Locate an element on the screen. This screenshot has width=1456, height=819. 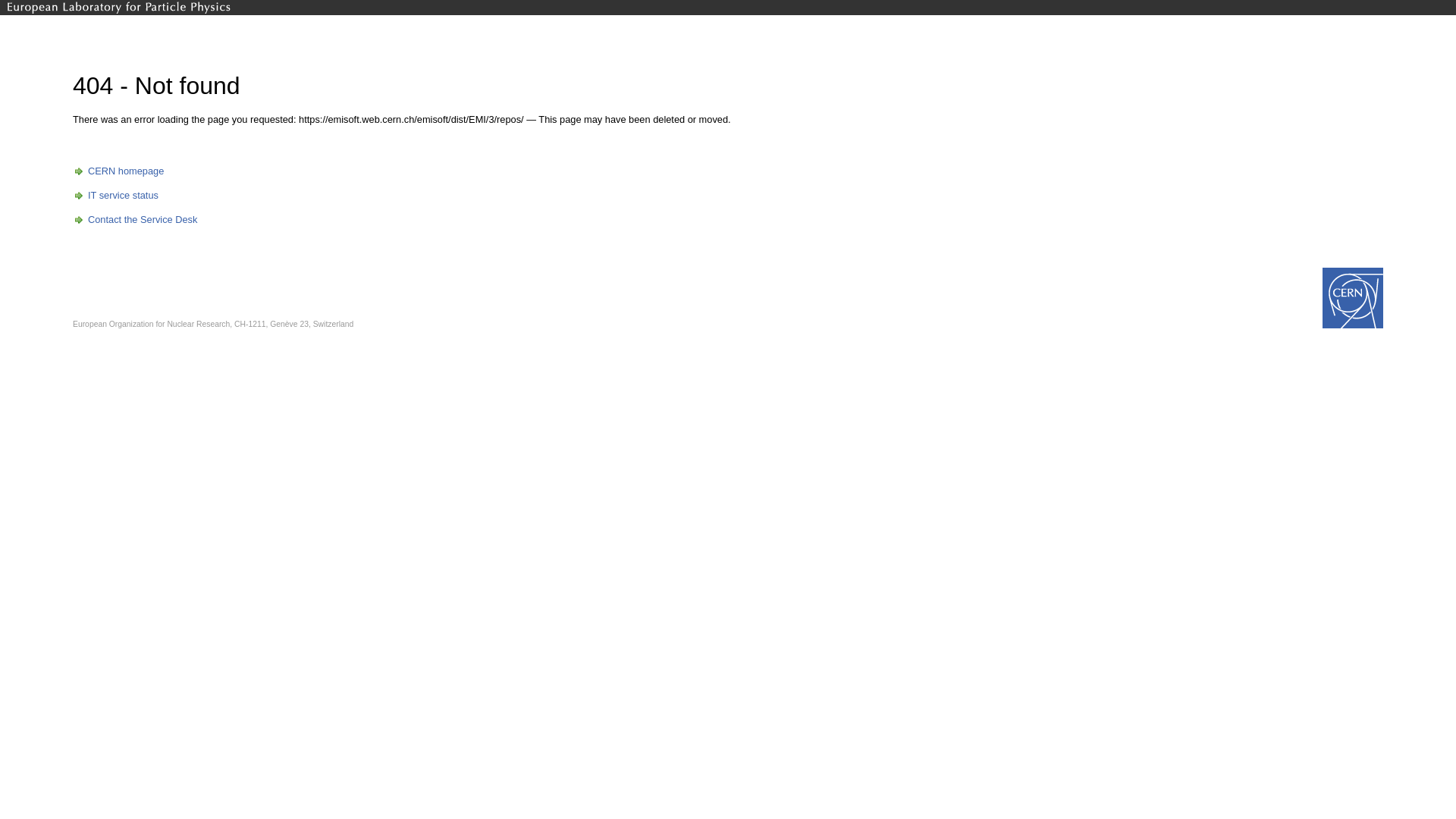
'CERN homepage' is located at coordinates (118, 171).